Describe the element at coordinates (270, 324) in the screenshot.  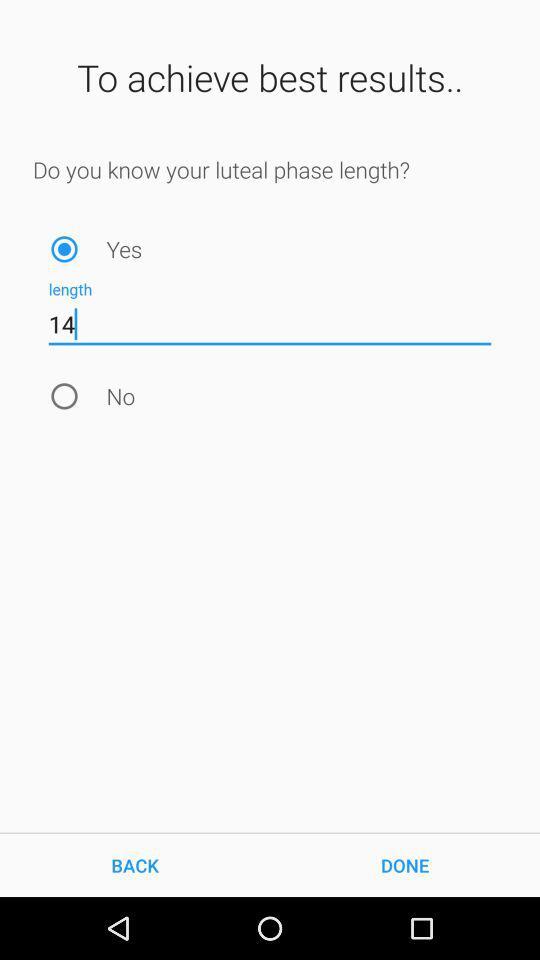
I see `the 14 item` at that location.